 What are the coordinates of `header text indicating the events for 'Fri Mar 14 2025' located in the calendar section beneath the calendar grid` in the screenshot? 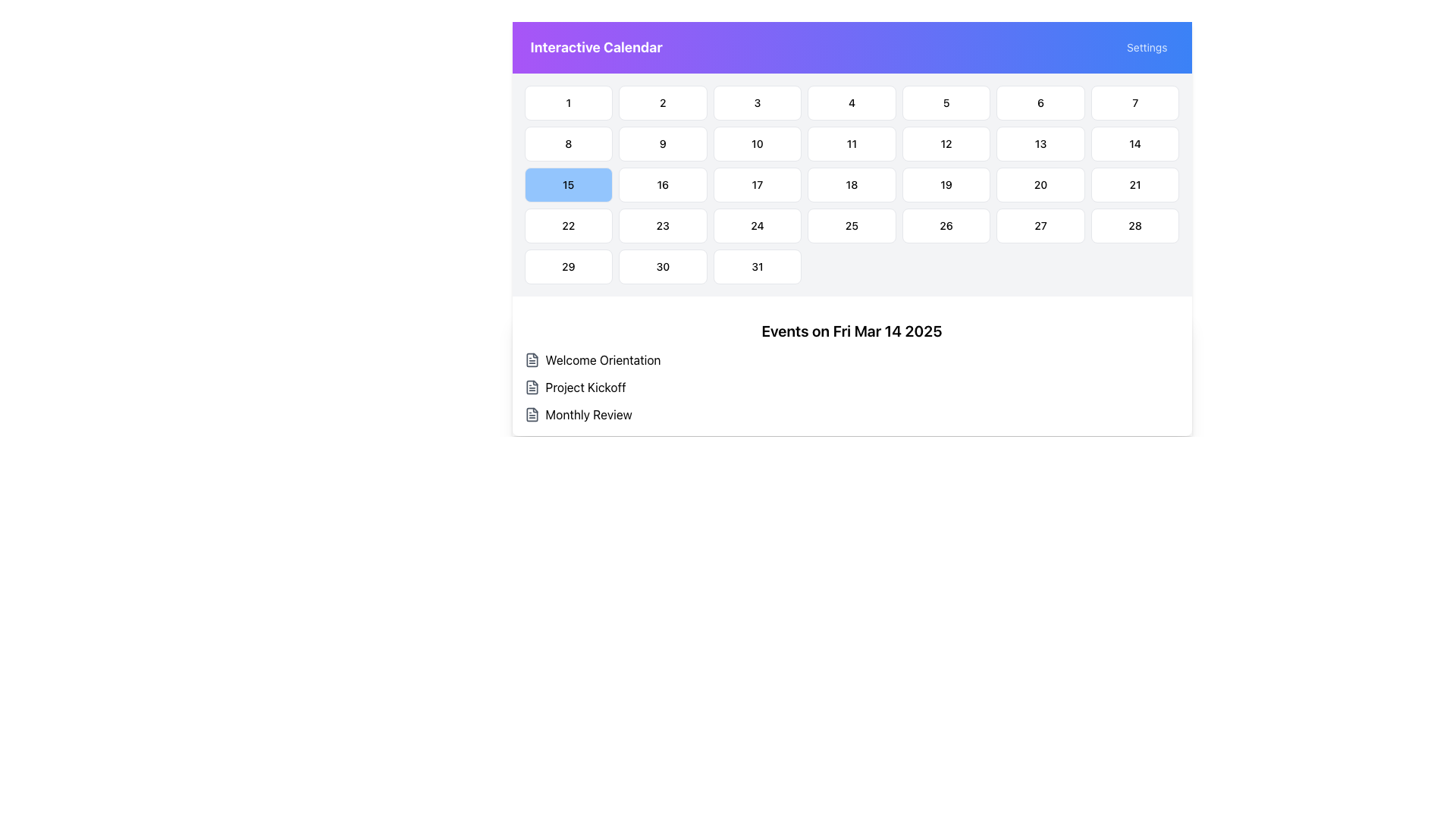 It's located at (852, 330).